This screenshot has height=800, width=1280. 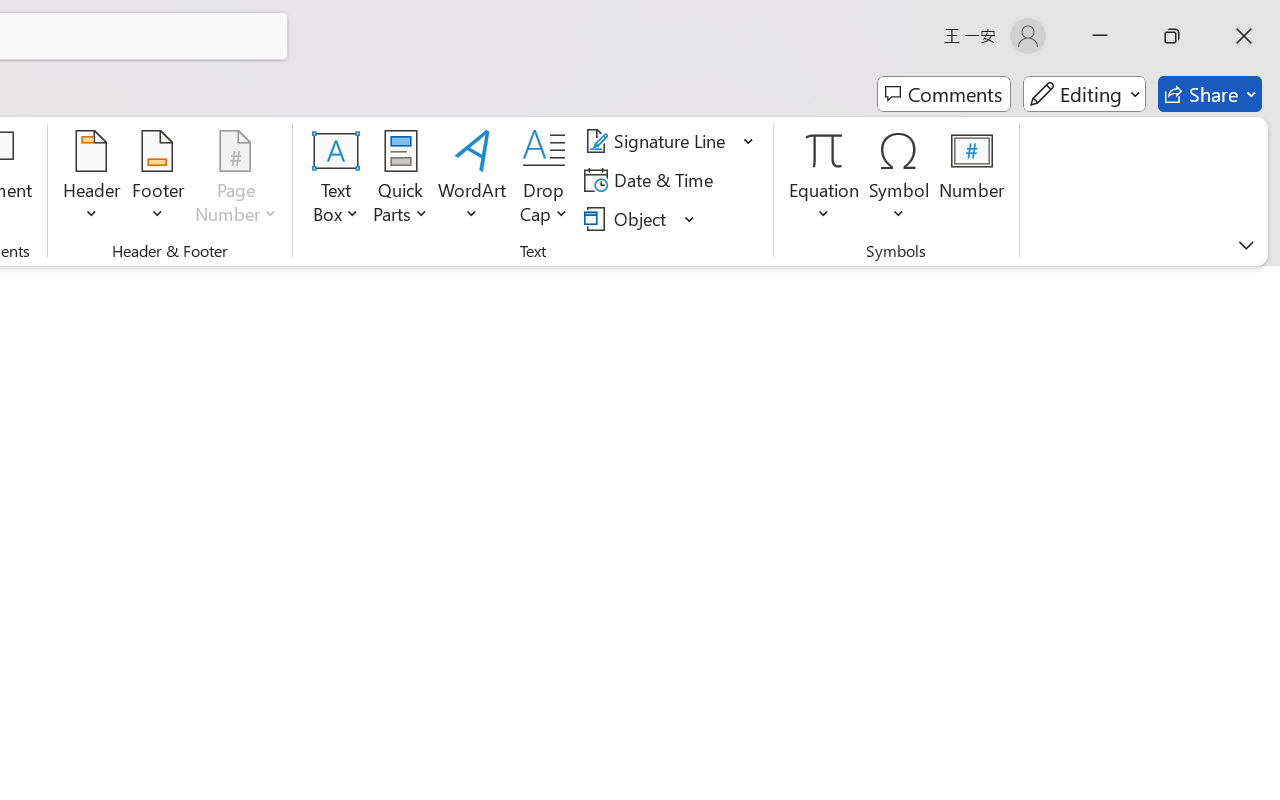 What do you see at coordinates (236, 179) in the screenshot?
I see `'Page Number'` at bounding box center [236, 179].